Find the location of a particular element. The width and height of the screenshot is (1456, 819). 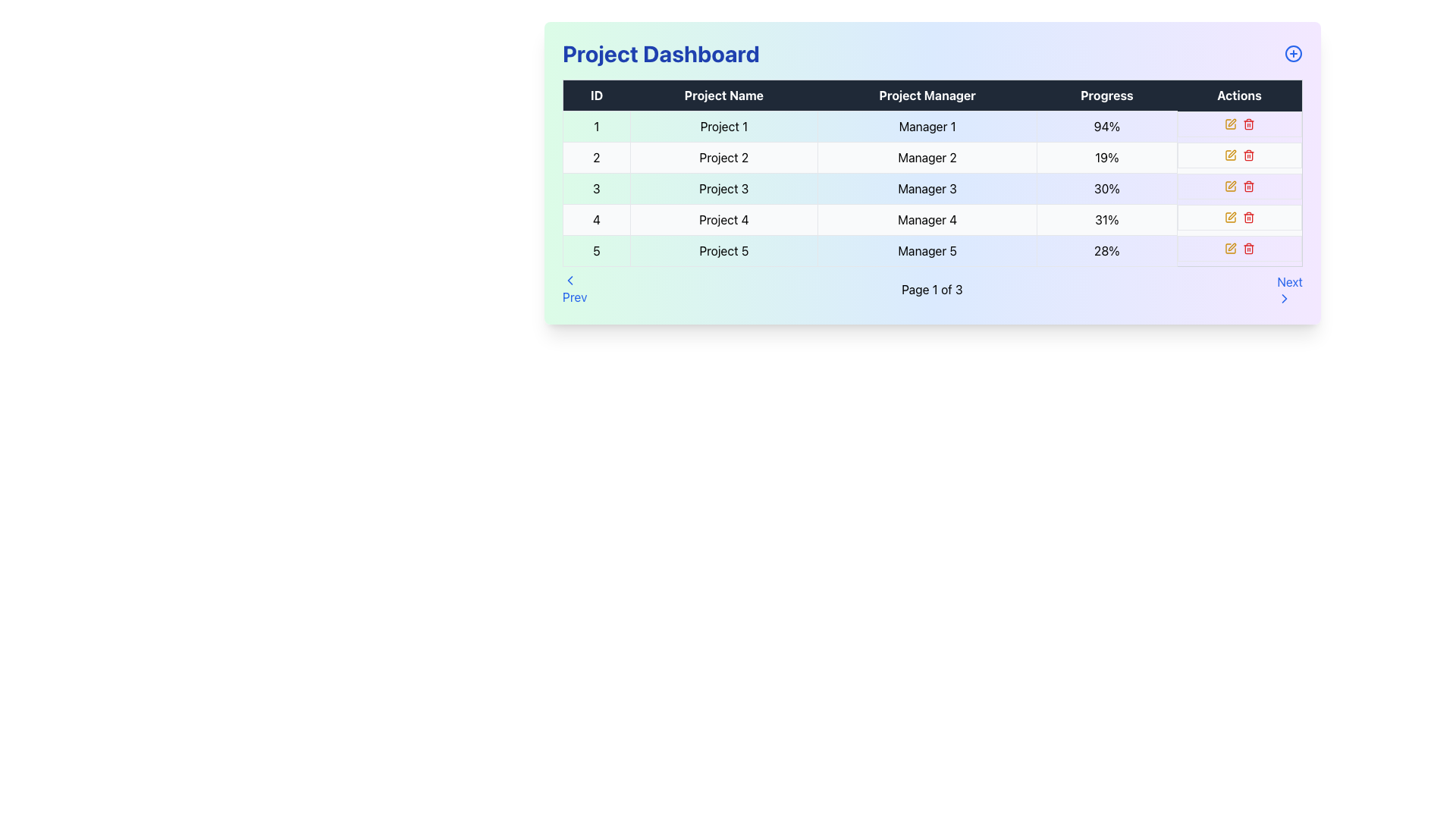

the delete button located in the Actions column of the table, specifically the second icon in the third row is located at coordinates (1248, 185).